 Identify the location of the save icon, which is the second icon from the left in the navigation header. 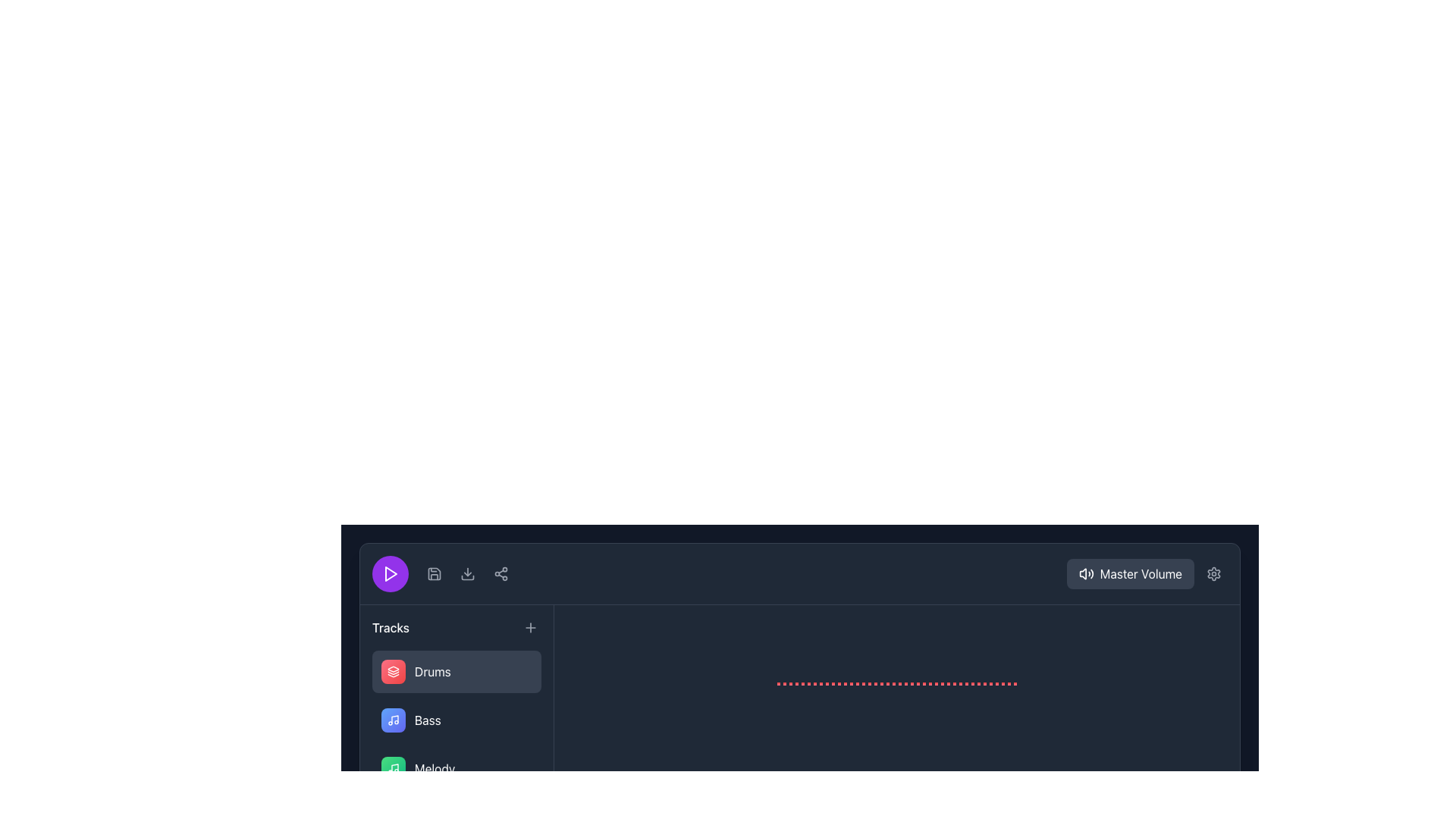
(433, 573).